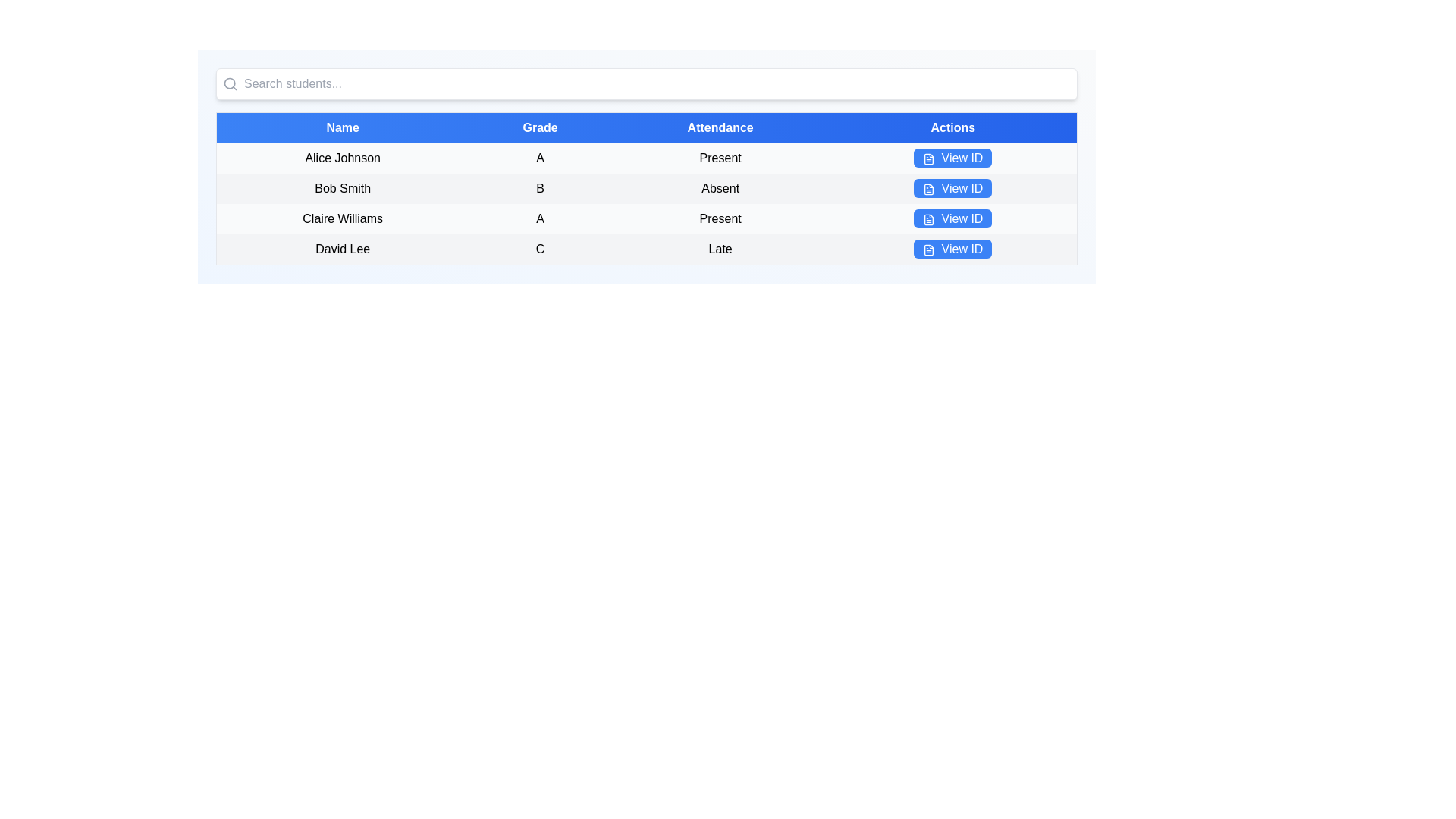 This screenshot has width=1456, height=819. What do you see at coordinates (952, 158) in the screenshot?
I see `the button in the 'Actions' column for 'Alice Johnson'` at bounding box center [952, 158].